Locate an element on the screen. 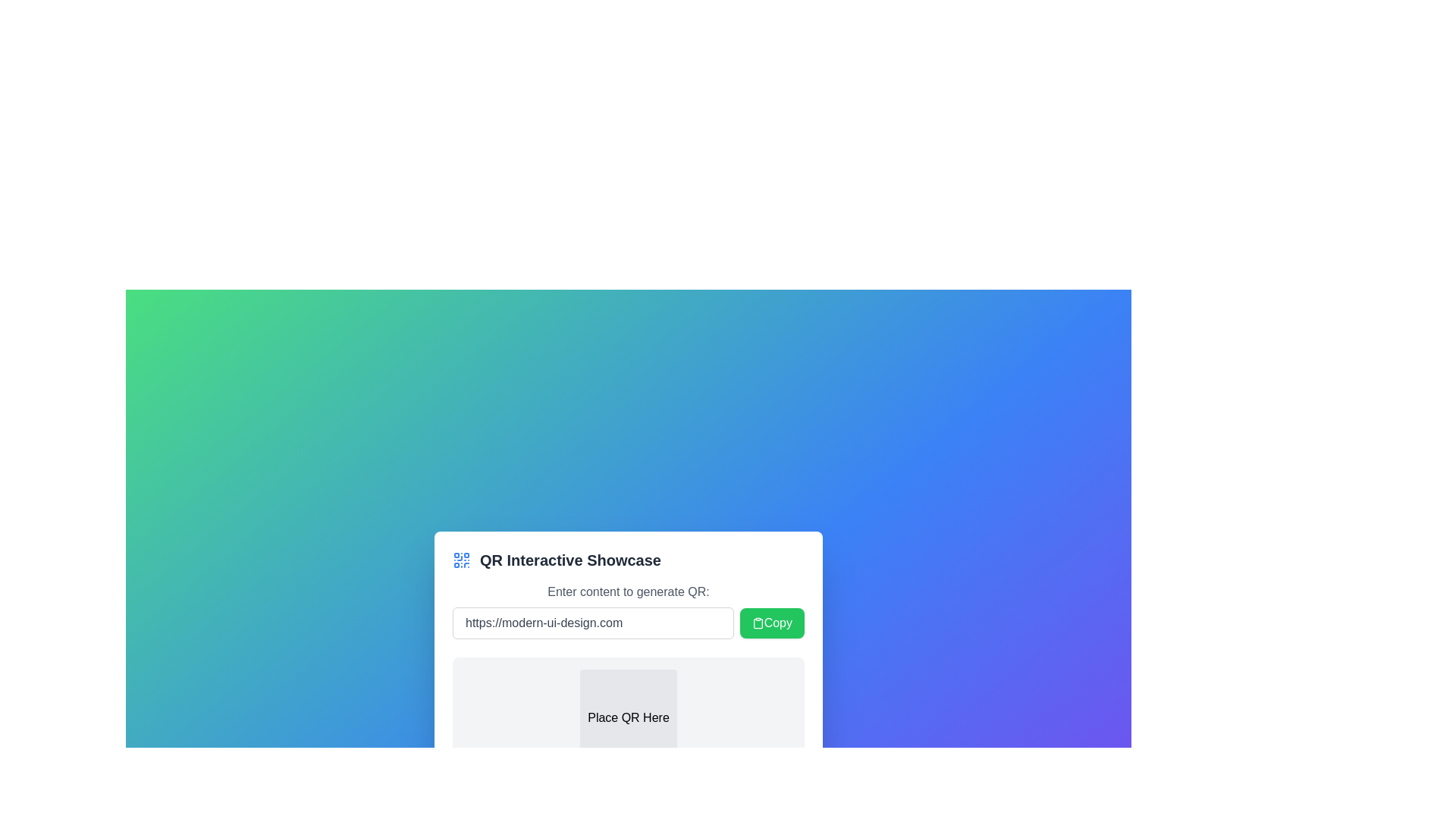 The image size is (1456, 819). the larger part of the clipboard icon, which is the rectangular body of the clipboard in the SVG-based clipboard illustration is located at coordinates (758, 623).